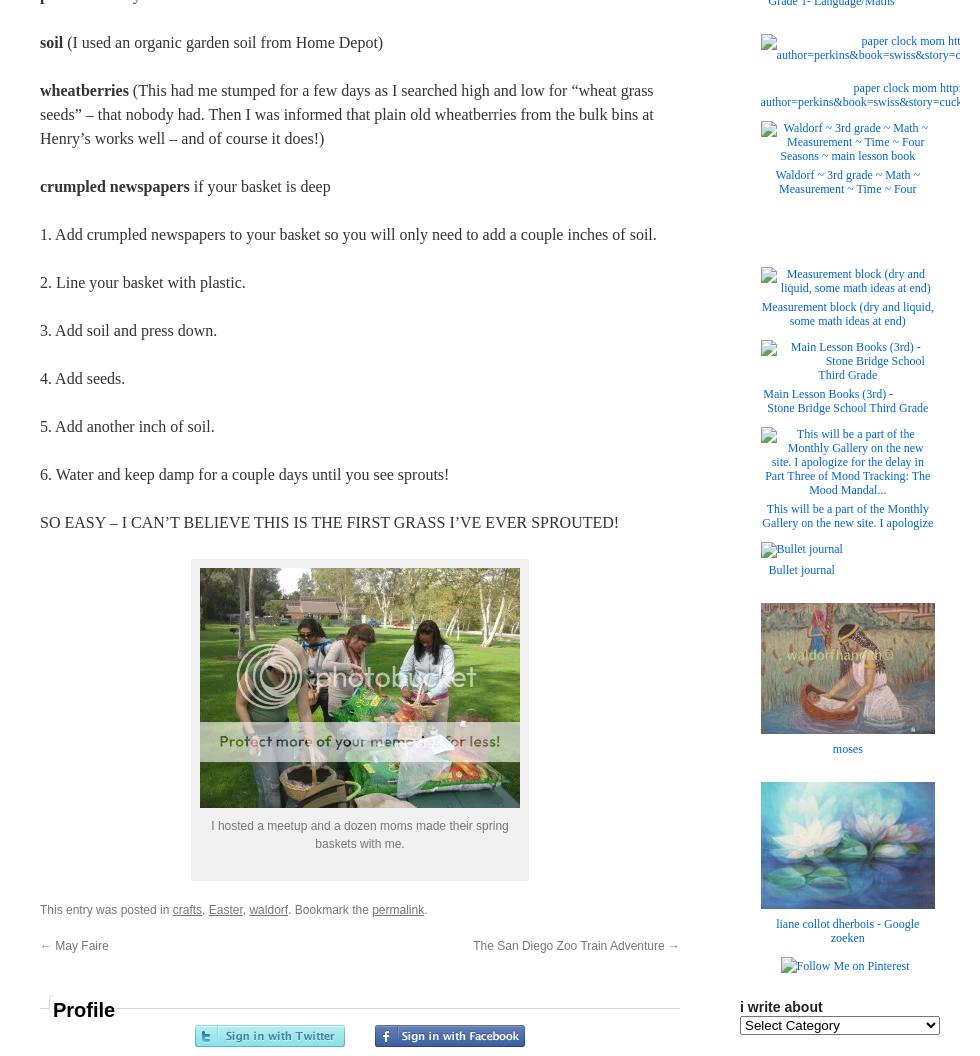  I want to click on '3. Add soil and press down.', so click(128, 330).